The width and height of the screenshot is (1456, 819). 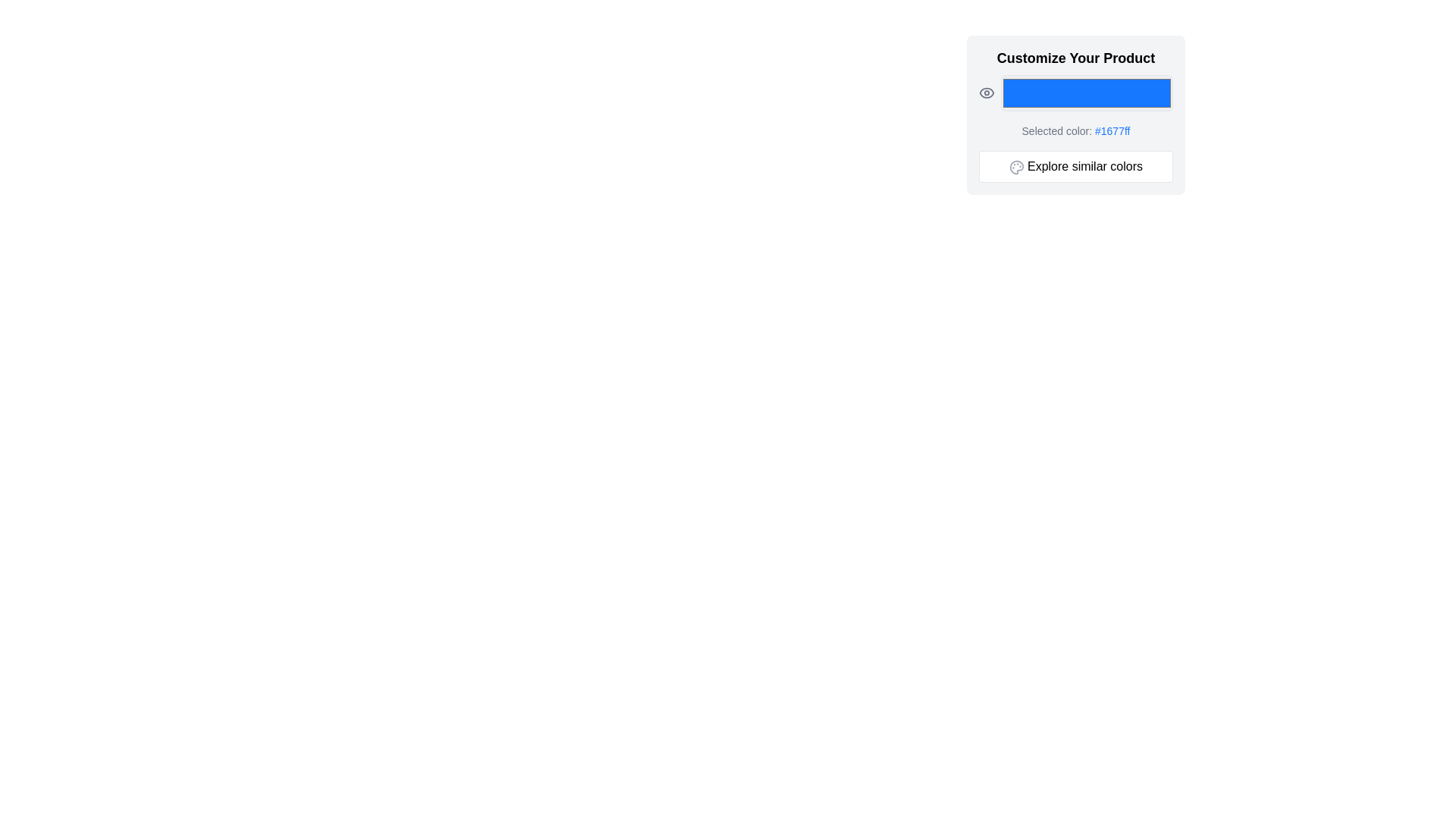 What do you see at coordinates (1075, 93) in the screenshot?
I see `the Color input field that visually represents the chosen color (#1677FF) located below 'Customize Your Product' and above 'Selected color: #1677ff'` at bounding box center [1075, 93].